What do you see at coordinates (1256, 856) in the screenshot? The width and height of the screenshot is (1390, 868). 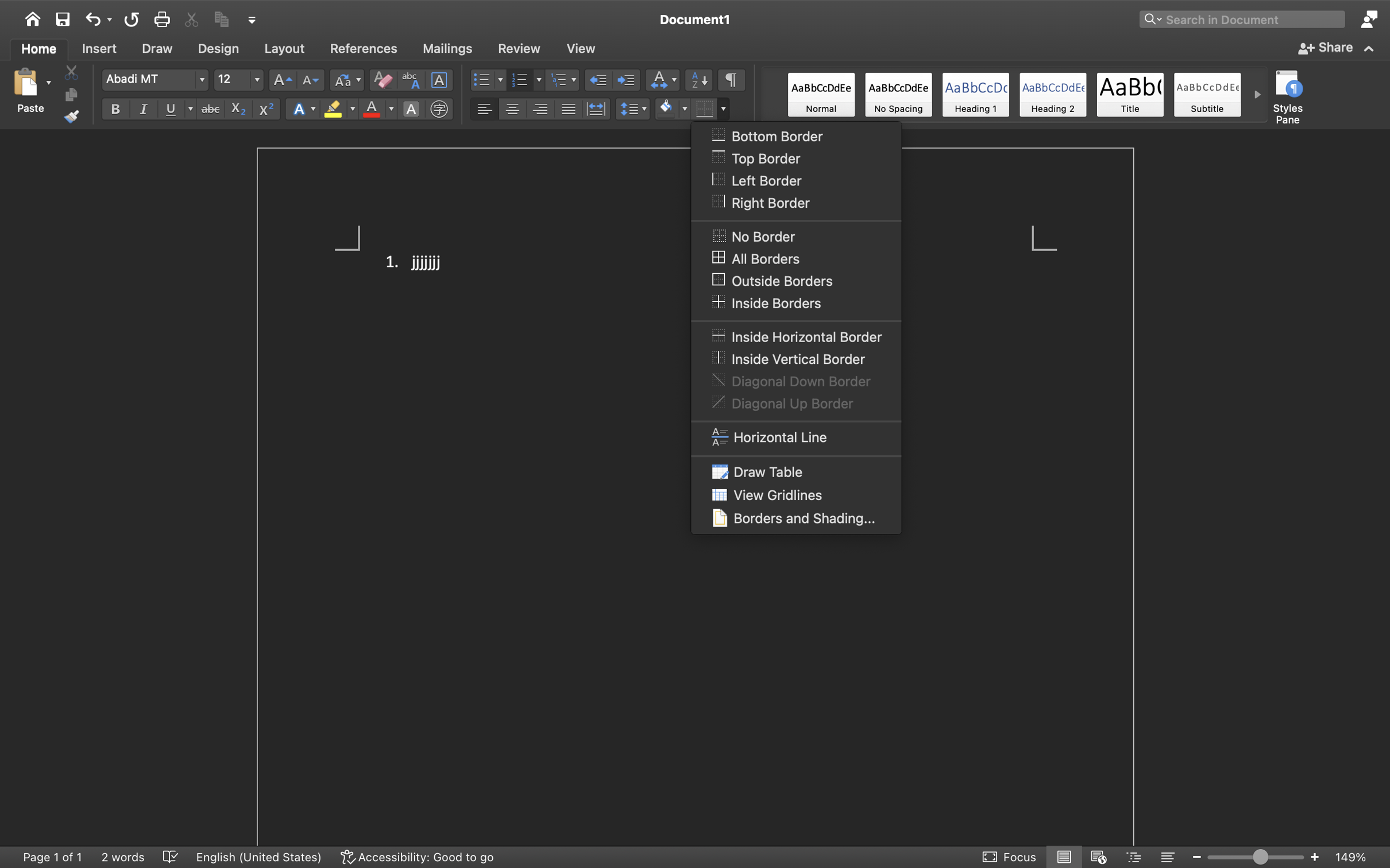 I see `'1123.0'` at bounding box center [1256, 856].